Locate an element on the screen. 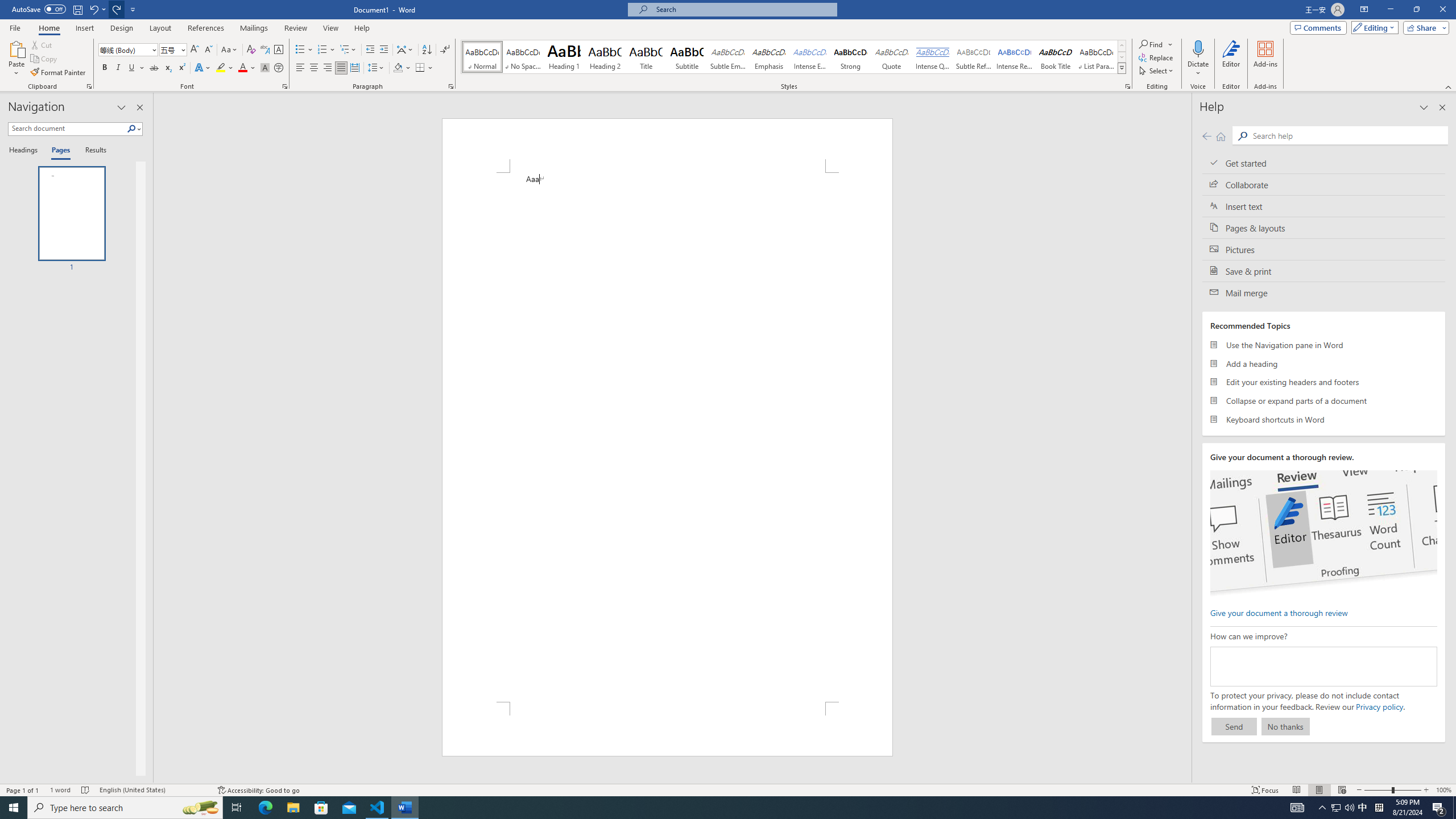 This screenshot has width=1456, height=819. 'Clear Formatting' is located at coordinates (250, 49).